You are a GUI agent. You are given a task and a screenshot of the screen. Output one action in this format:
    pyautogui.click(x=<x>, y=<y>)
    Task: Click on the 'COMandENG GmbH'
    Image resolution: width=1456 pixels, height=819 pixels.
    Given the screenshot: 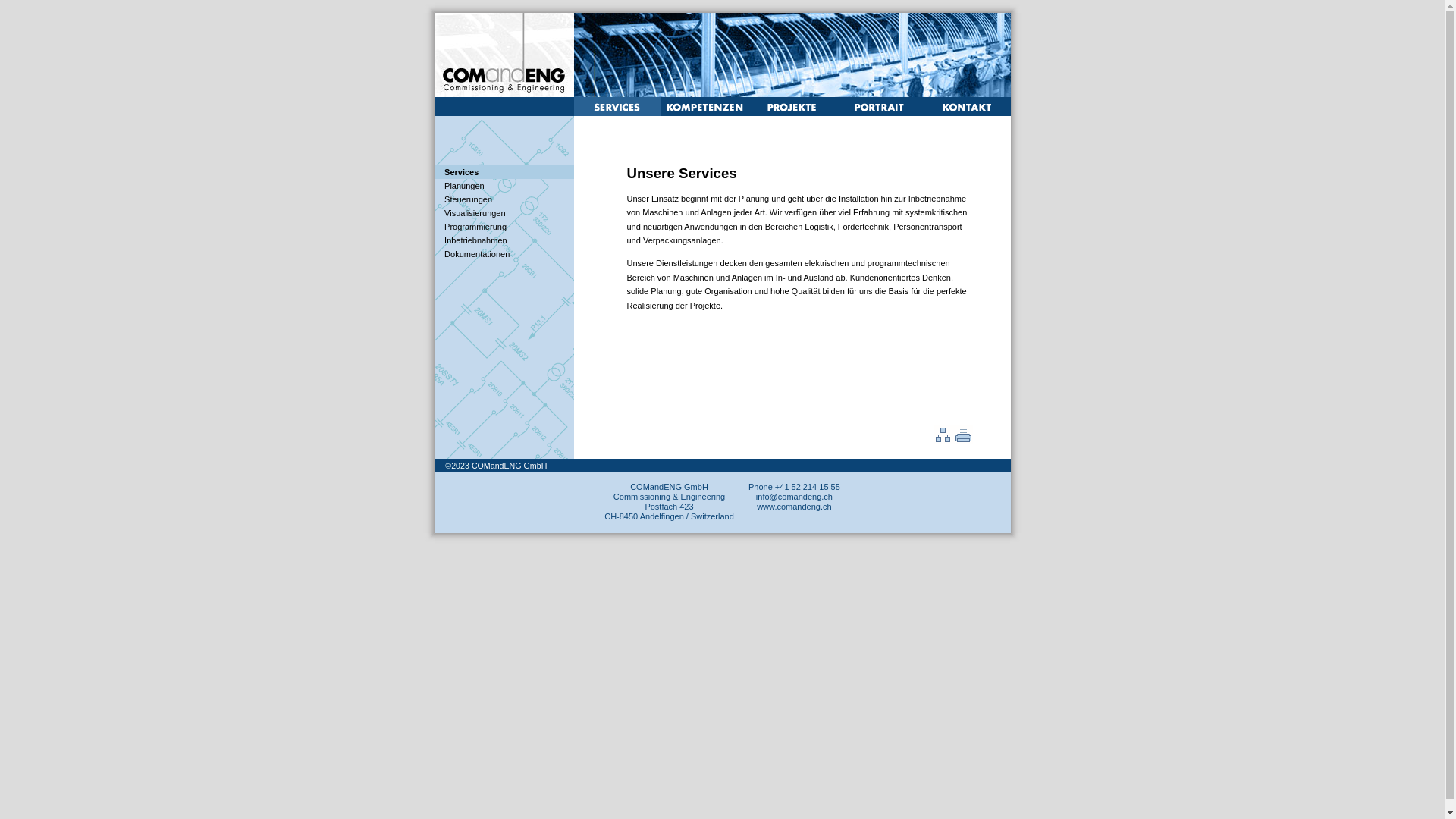 What is the action you would take?
    pyautogui.click(x=509, y=464)
    